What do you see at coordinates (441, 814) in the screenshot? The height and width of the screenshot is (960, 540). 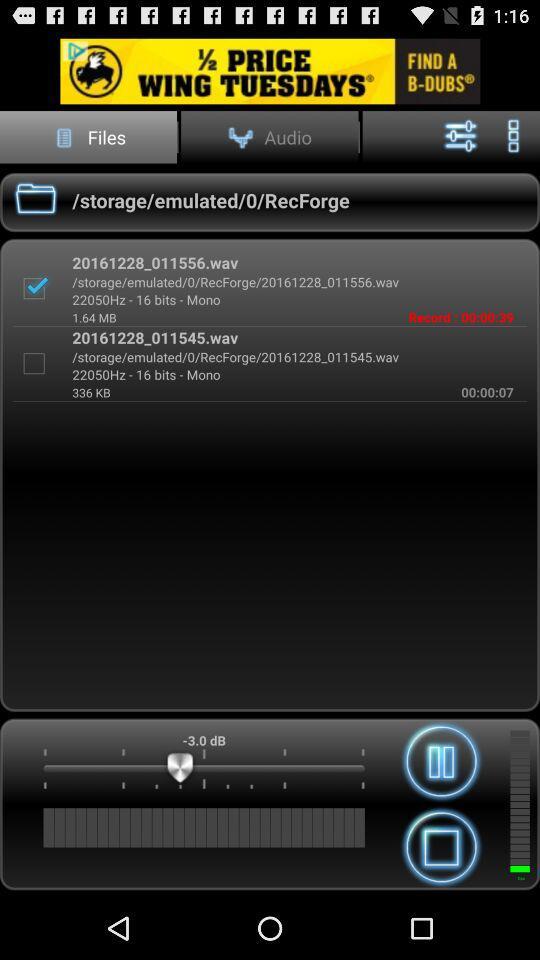 I see `the pause icon` at bounding box center [441, 814].